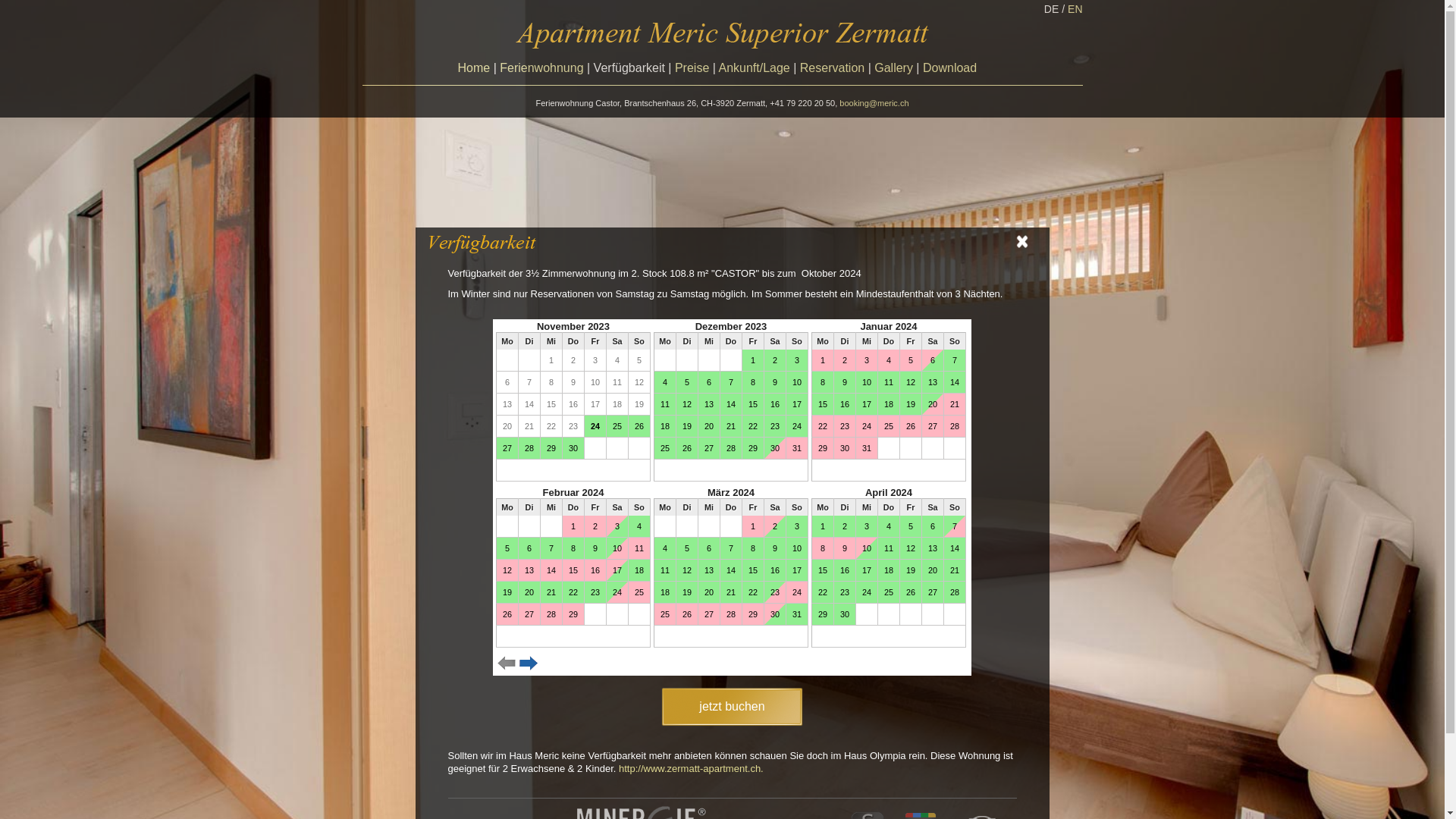 This screenshot has height=819, width=1456. I want to click on 'booking@meric.ch', so click(839, 102).